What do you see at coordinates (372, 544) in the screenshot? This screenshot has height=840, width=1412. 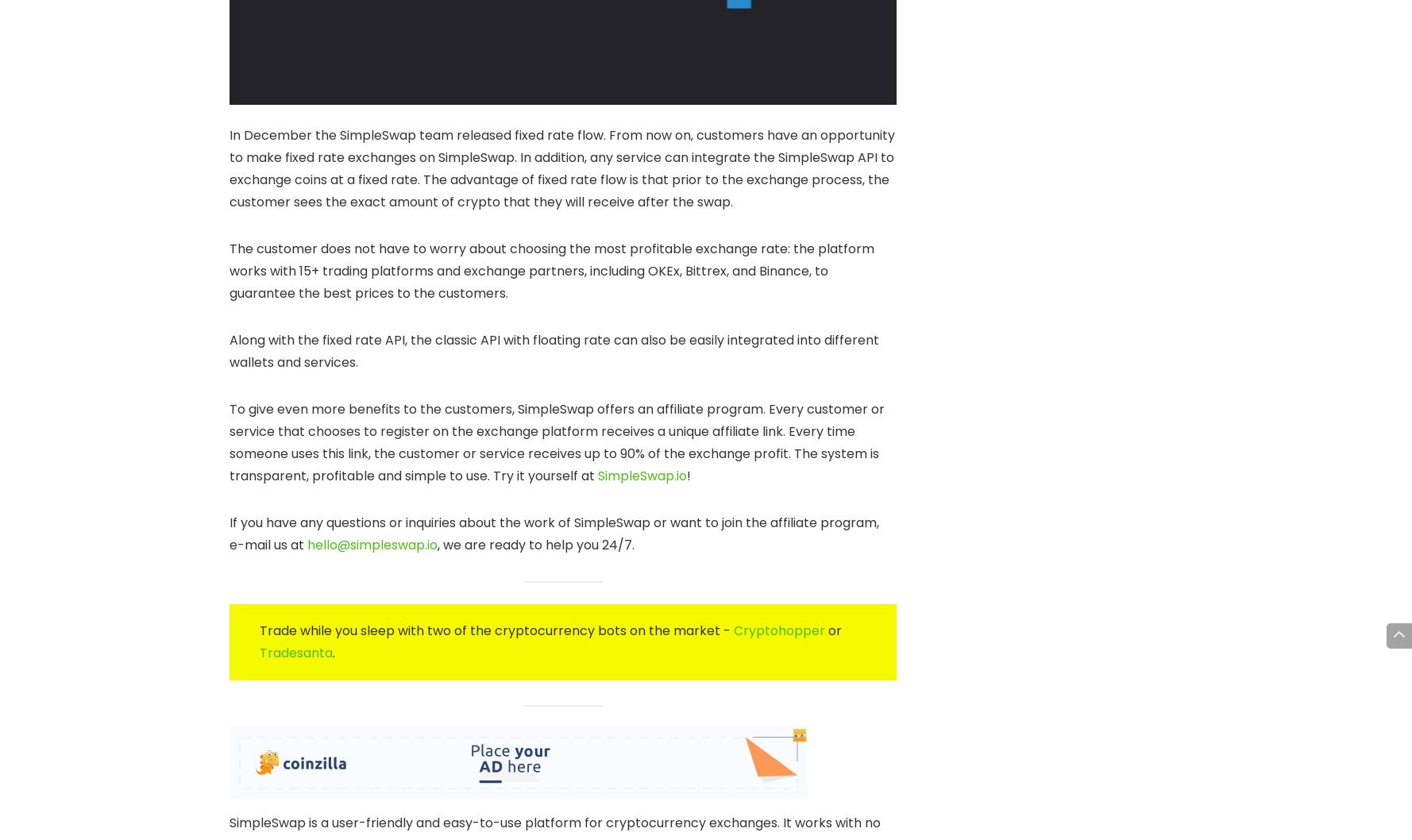 I see `'hello@simpleswap.io'` at bounding box center [372, 544].